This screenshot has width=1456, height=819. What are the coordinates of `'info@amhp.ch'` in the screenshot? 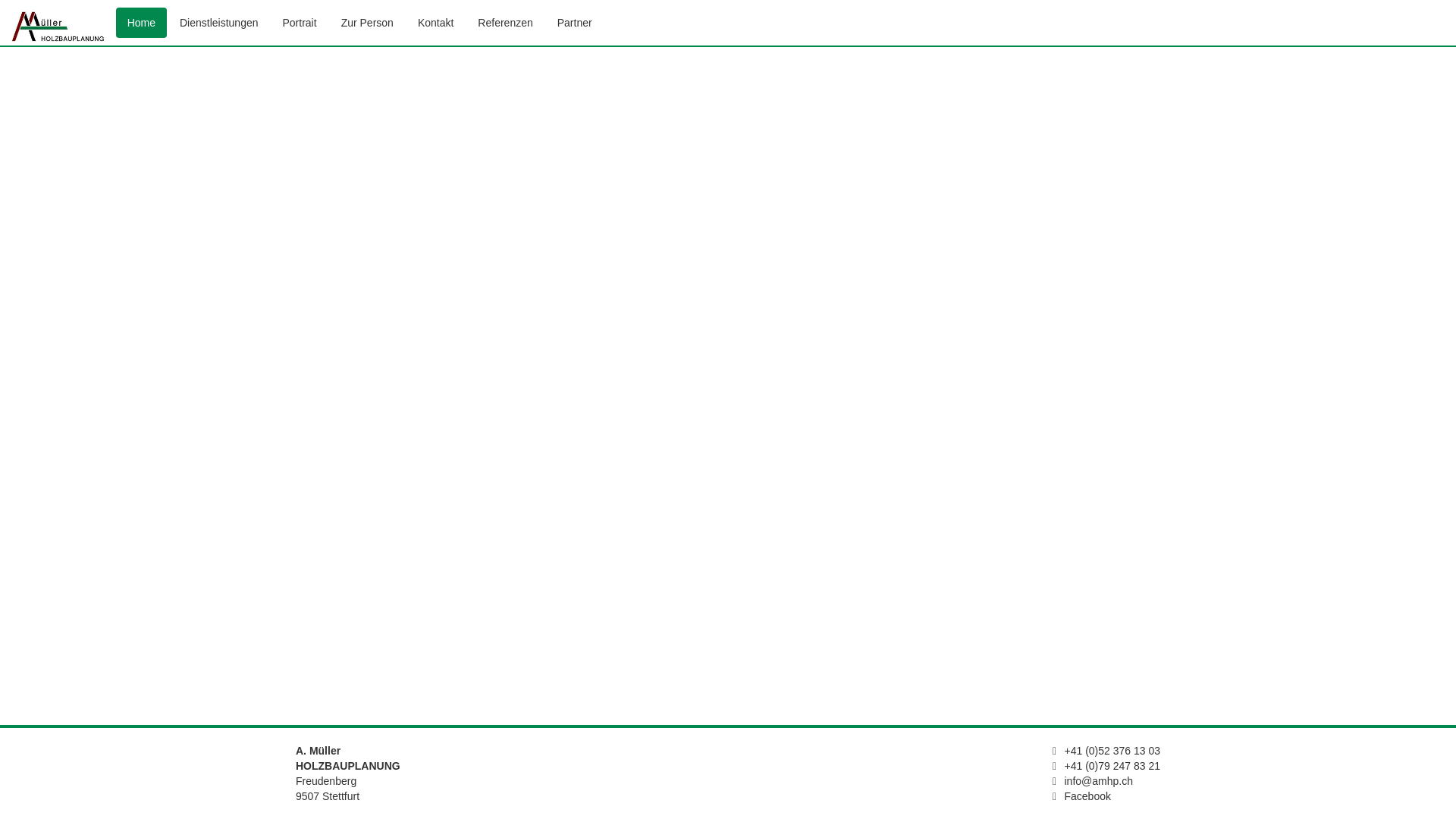 It's located at (1099, 780).